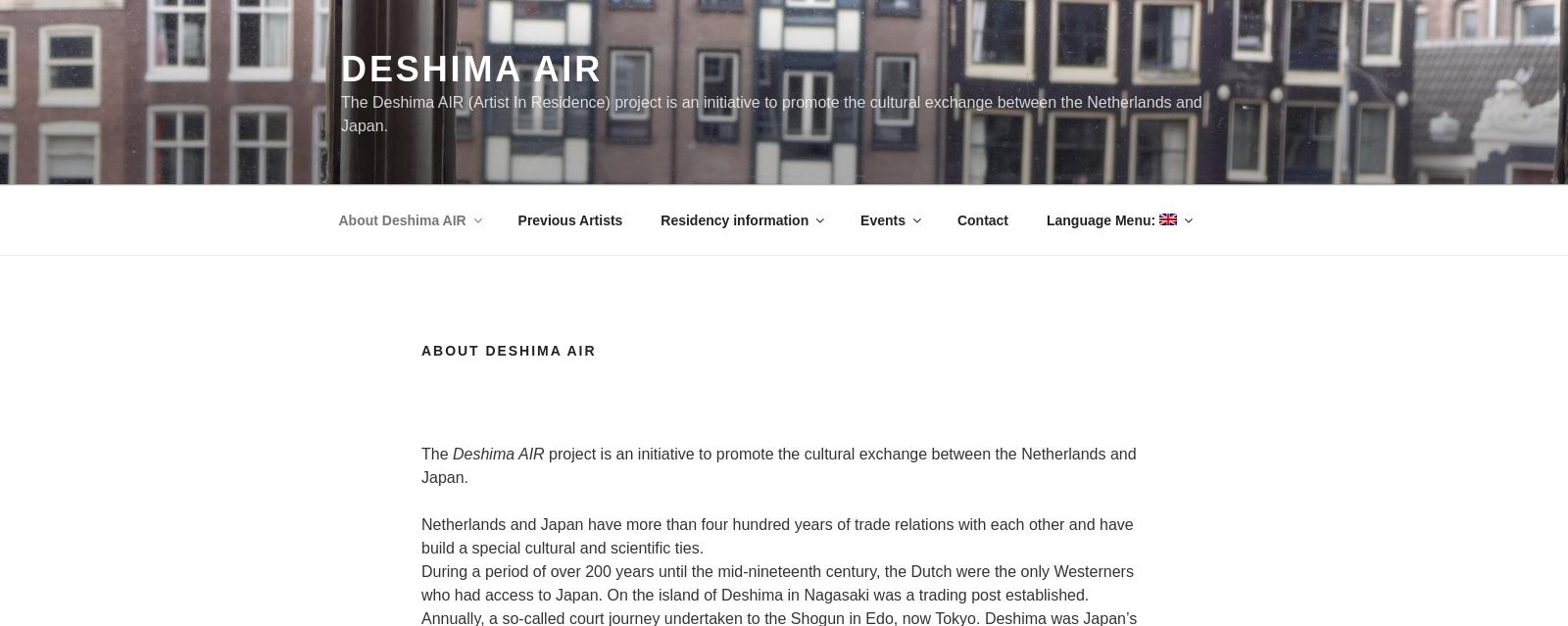 Image resolution: width=1568 pixels, height=626 pixels. I want to click on 'Events', so click(881, 217).